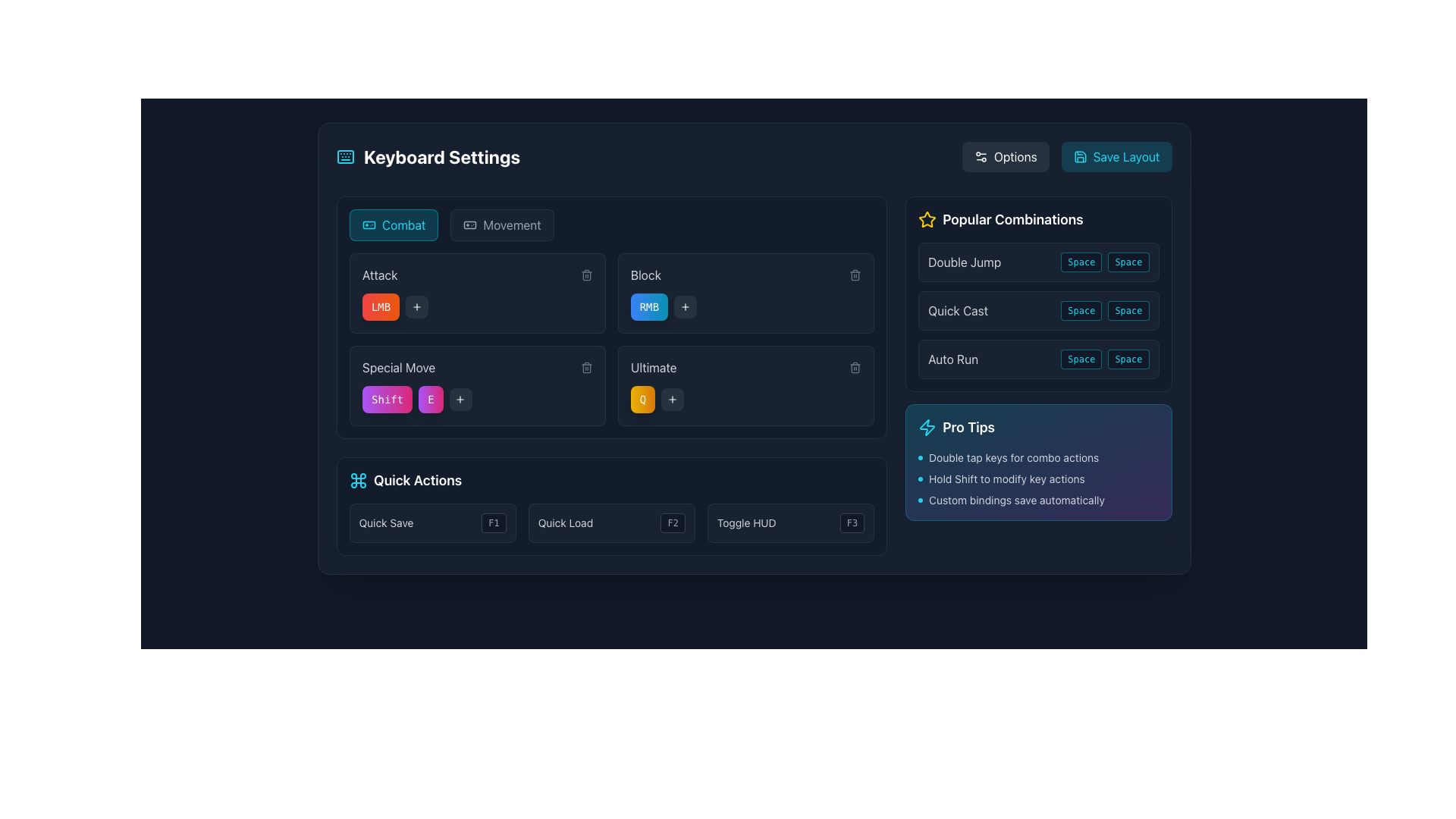  Describe the element at coordinates (398, 368) in the screenshot. I see `the 'Special Move' text label located in the 'Keyboard Settings' section, which is positioned above the key binding indicators for 'Shift' and 'E'` at that location.